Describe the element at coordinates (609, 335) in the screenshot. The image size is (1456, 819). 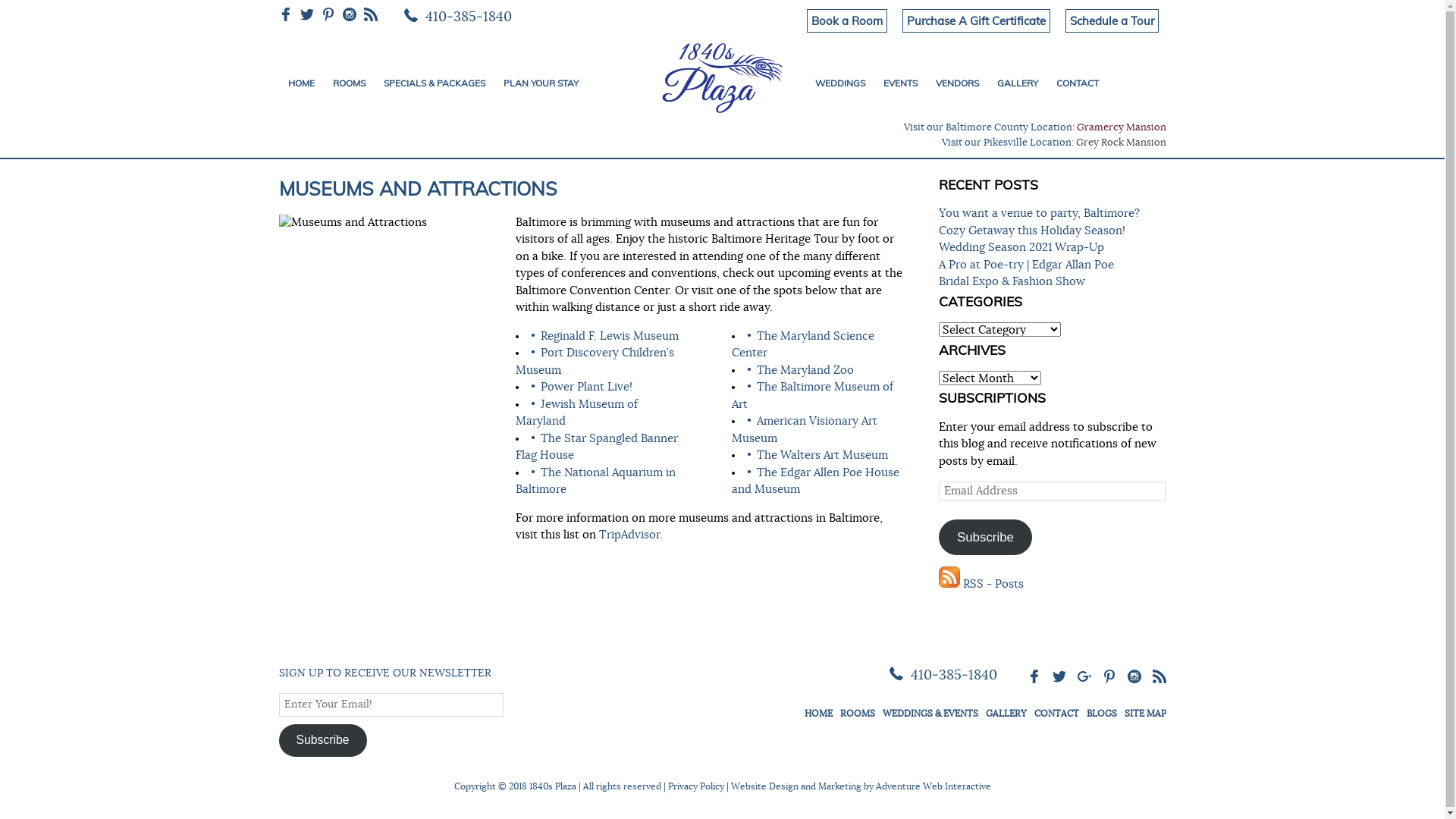
I see `'Reginald F. Lewis Museum'` at that location.